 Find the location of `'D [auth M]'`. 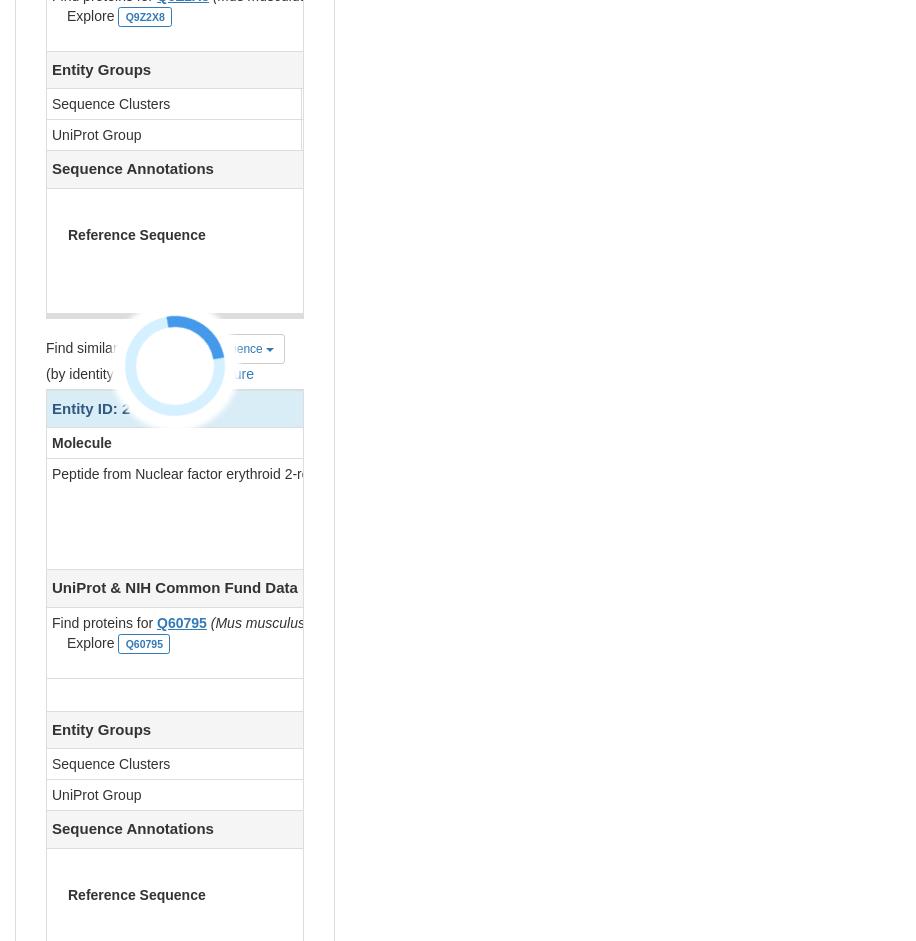

'D [auth M]' is located at coordinates (442, 493).